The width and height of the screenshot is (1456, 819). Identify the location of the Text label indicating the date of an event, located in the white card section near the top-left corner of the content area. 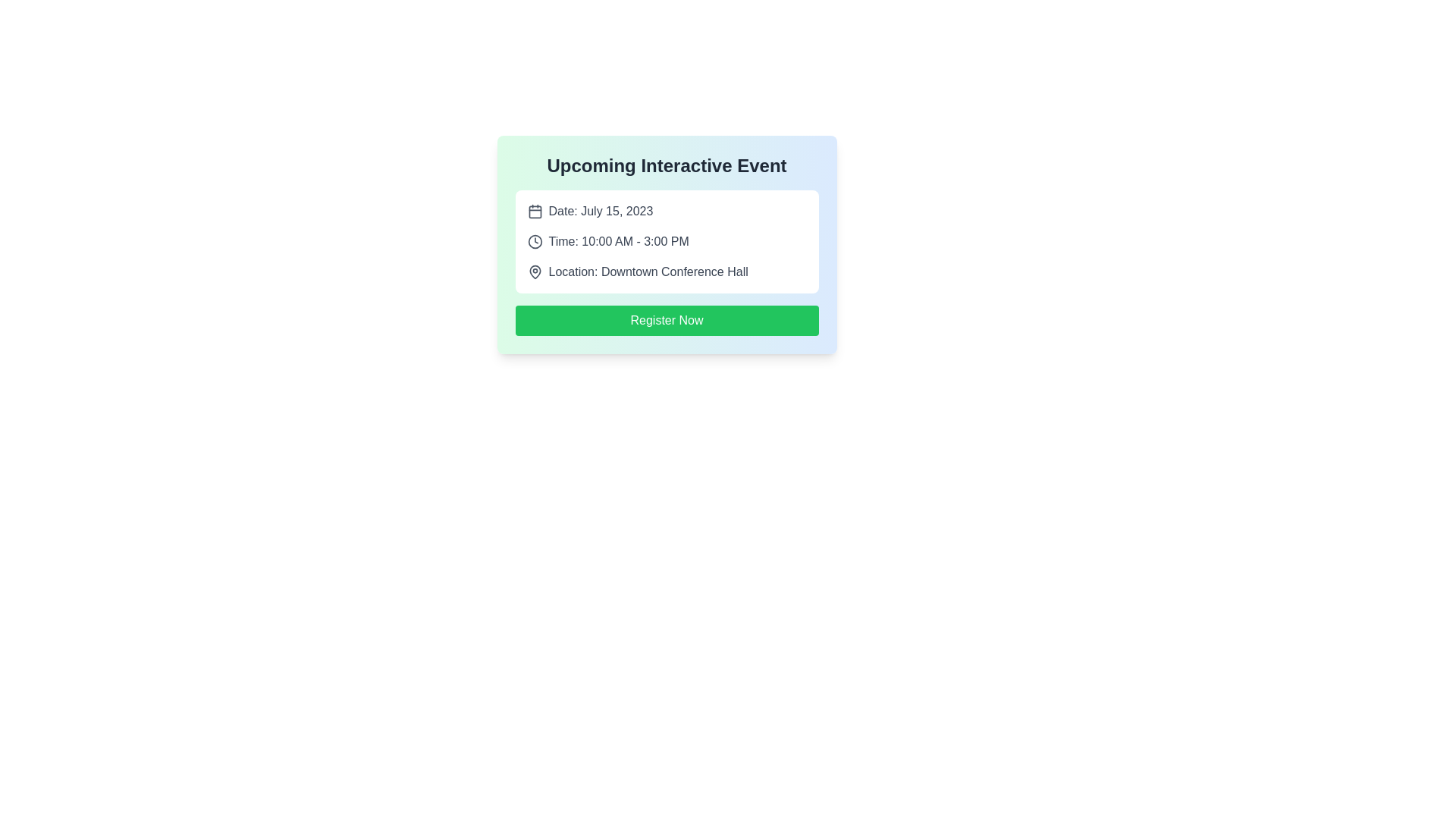
(600, 211).